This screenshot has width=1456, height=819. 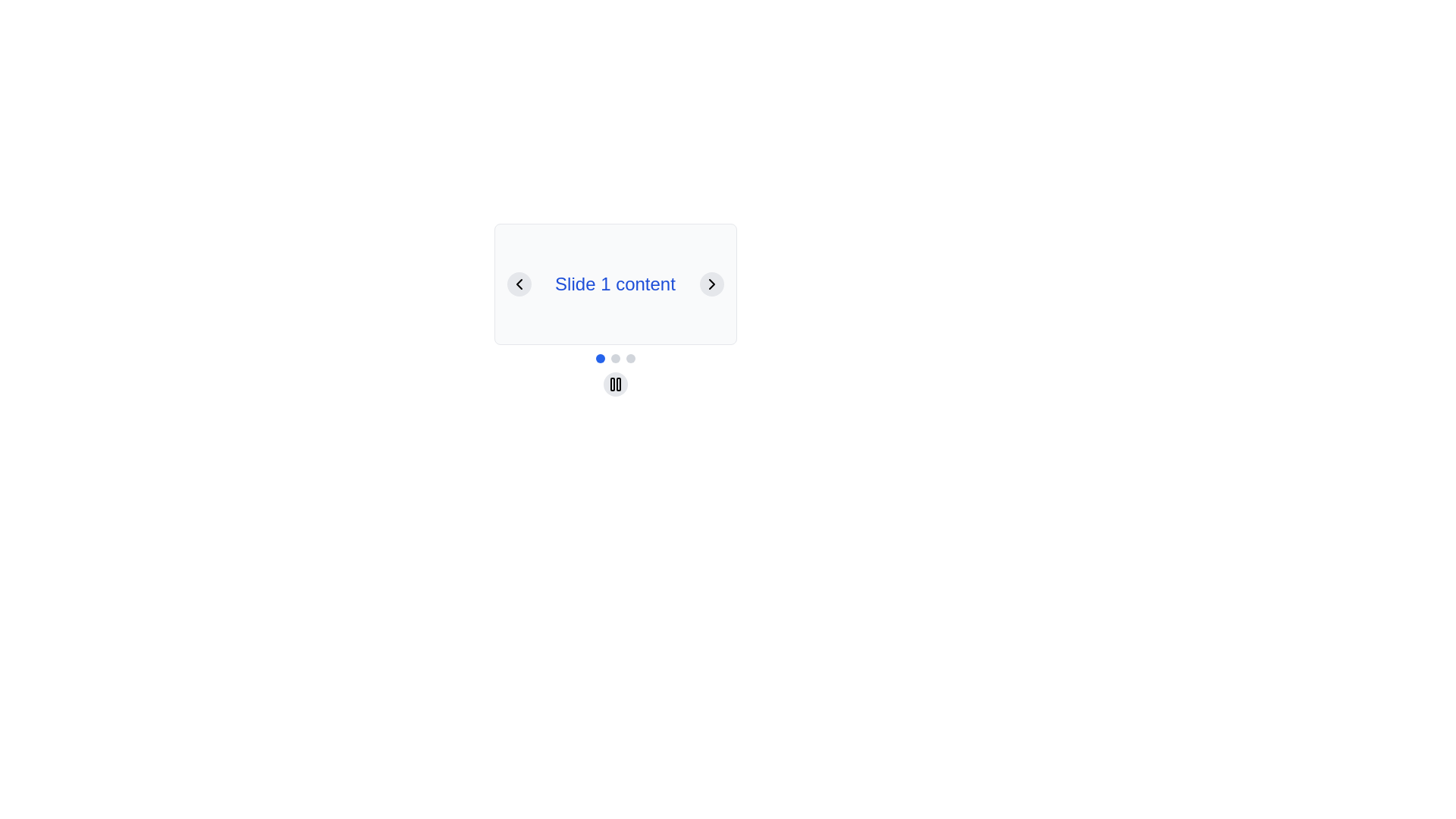 What do you see at coordinates (615, 284) in the screenshot?
I see `the text within the 'Slide 1' carousel slide to interact with the content` at bounding box center [615, 284].